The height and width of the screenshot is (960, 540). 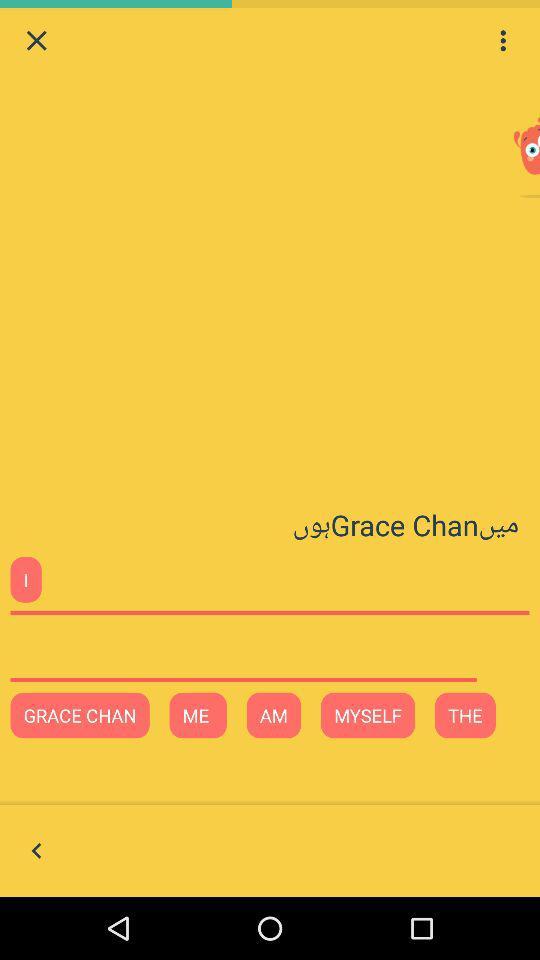 I want to click on the more icon, so click(x=502, y=42).